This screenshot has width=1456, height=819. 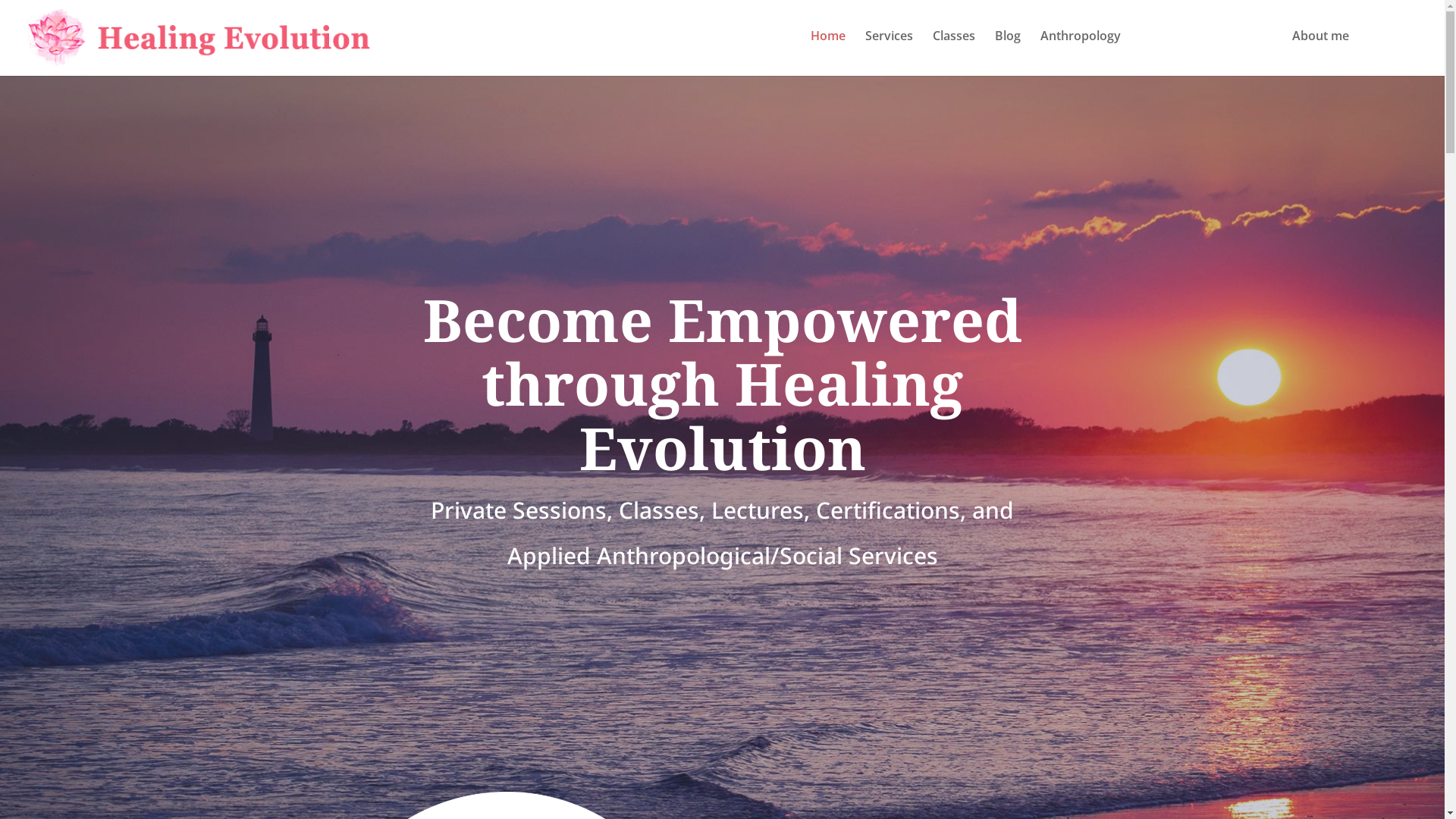 What do you see at coordinates (994, 49) in the screenshot?
I see `'Blog'` at bounding box center [994, 49].